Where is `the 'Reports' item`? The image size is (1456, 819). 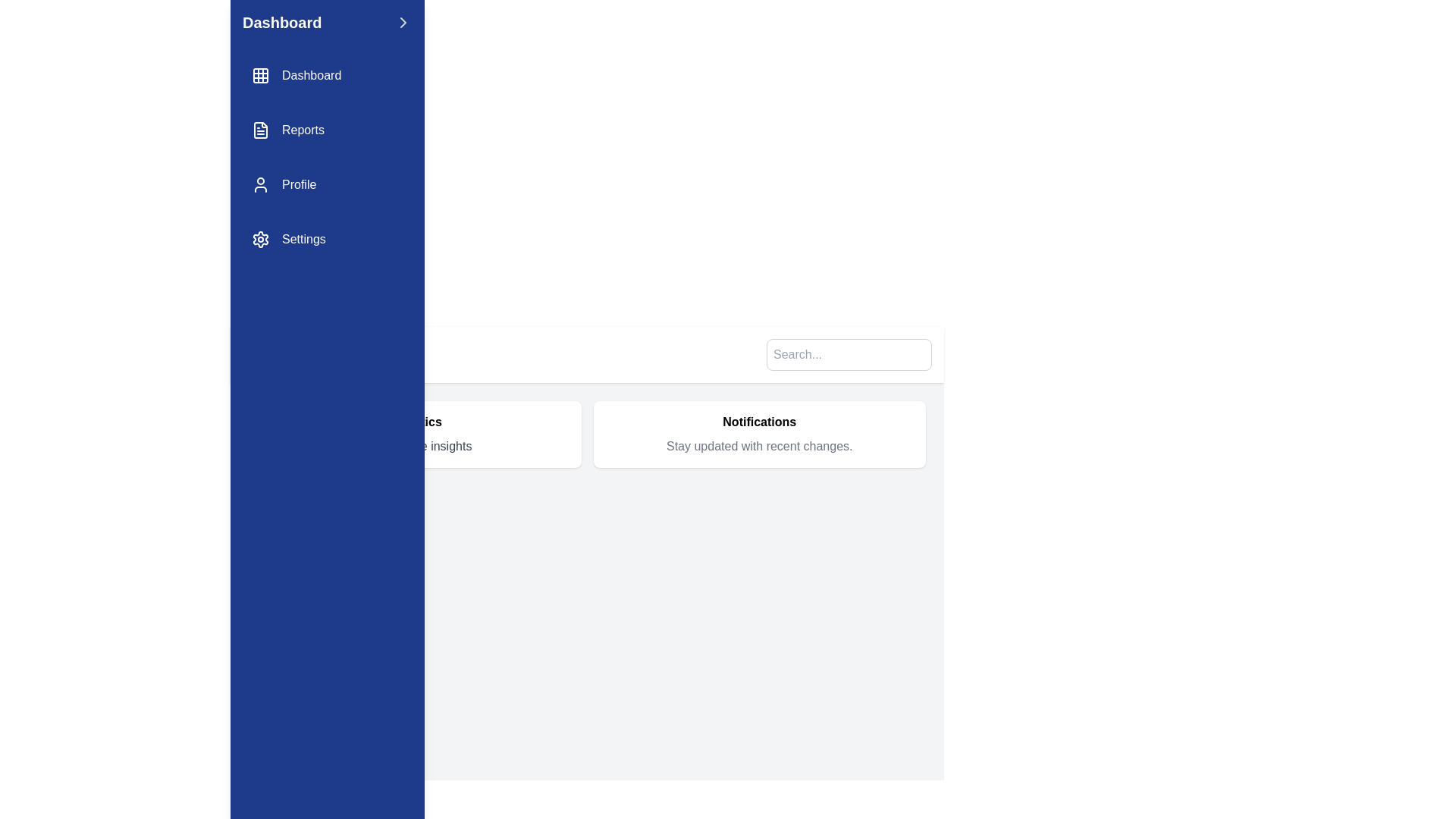
the 'Reports' item is located at coordinates (327, 158).